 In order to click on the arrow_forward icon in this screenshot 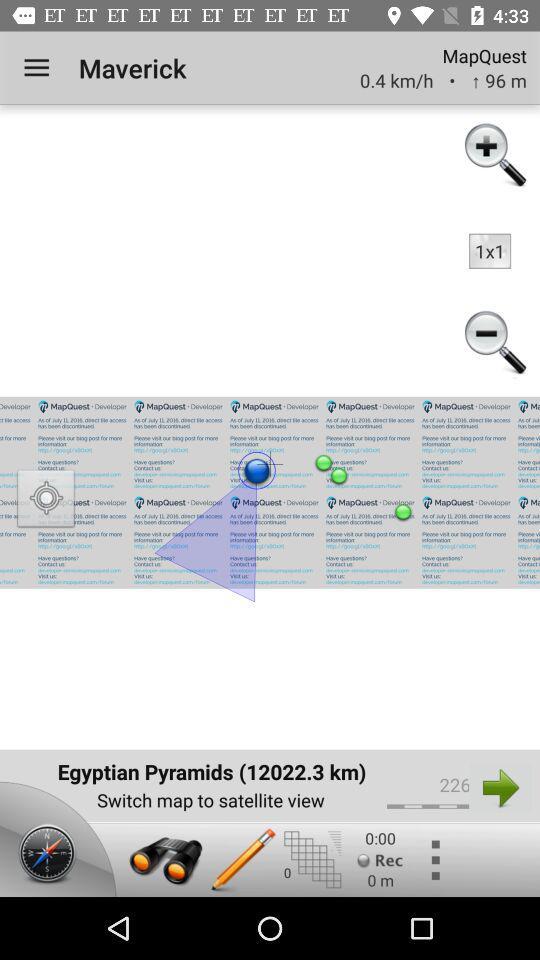, I will do `click(499, 787)`.